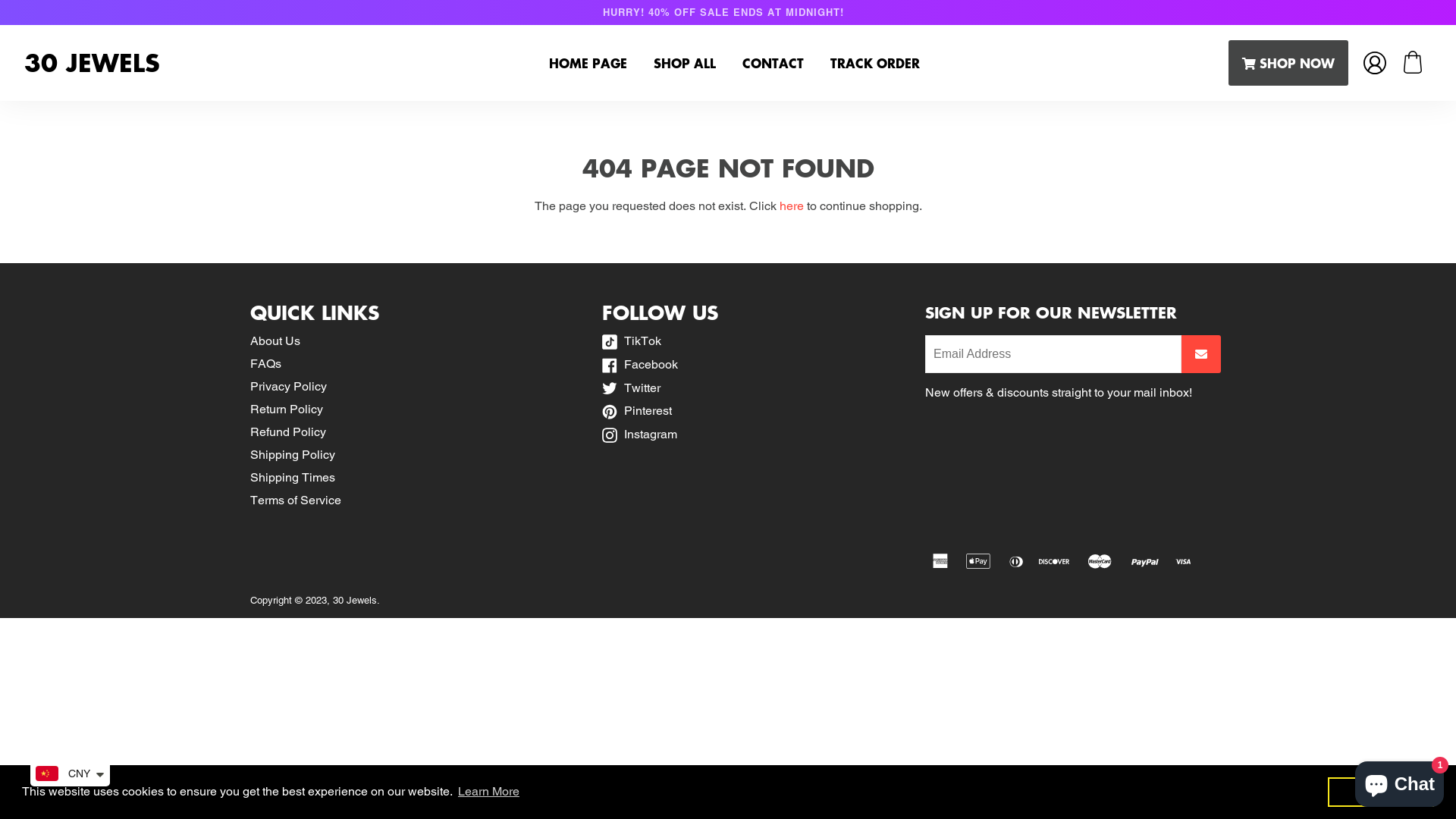 The width and height of the screenshot is (1456, 819). What do you see at coordinates (683, 62) in the screenshot?
I see `'SHOP ALL'` at bounding box center [683, 62].